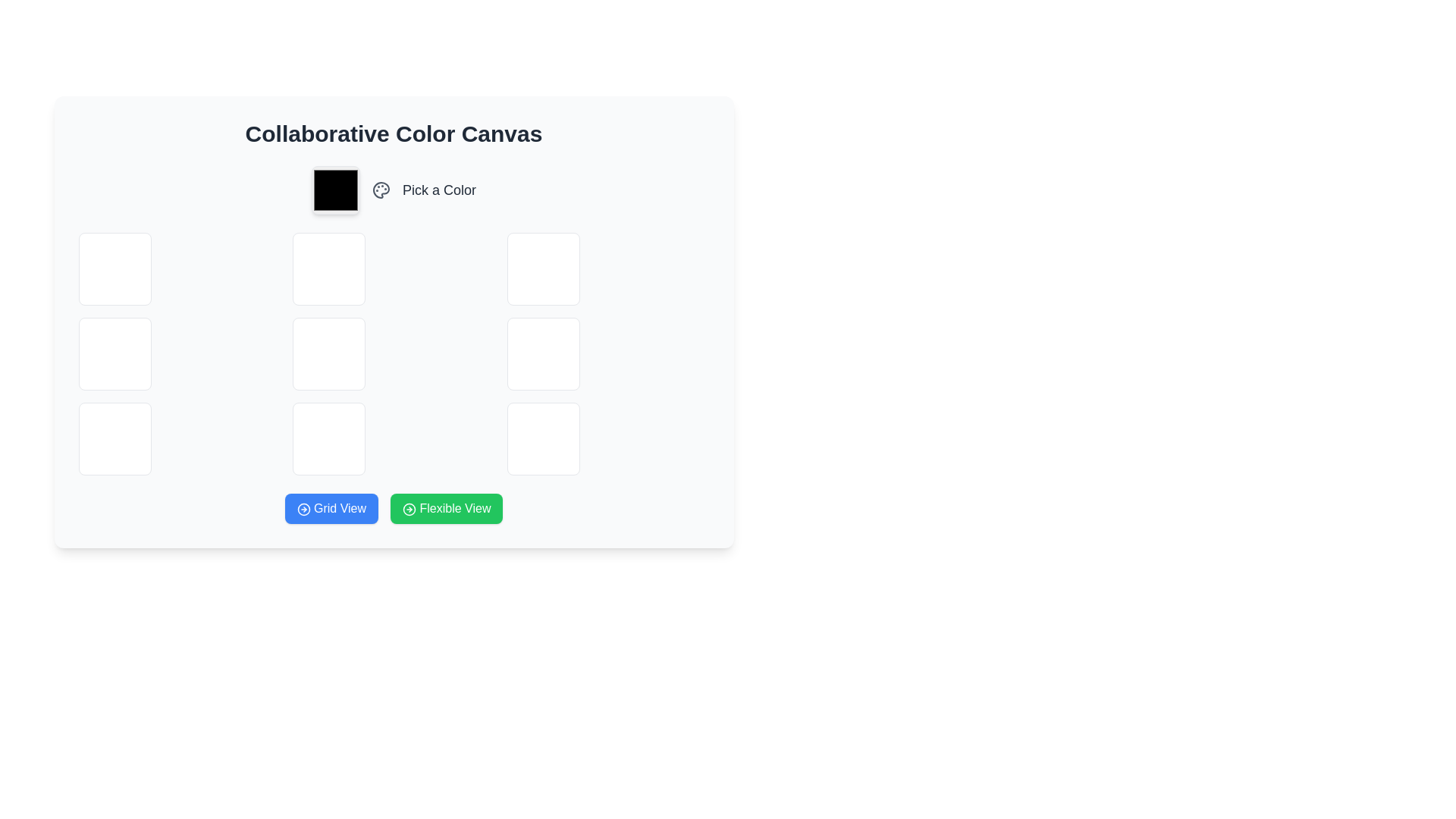 The height and width of the screenshot is (819, 1456). I want to click on the Color picker button located in the 'Pick a Color' row, so click(334, 189).